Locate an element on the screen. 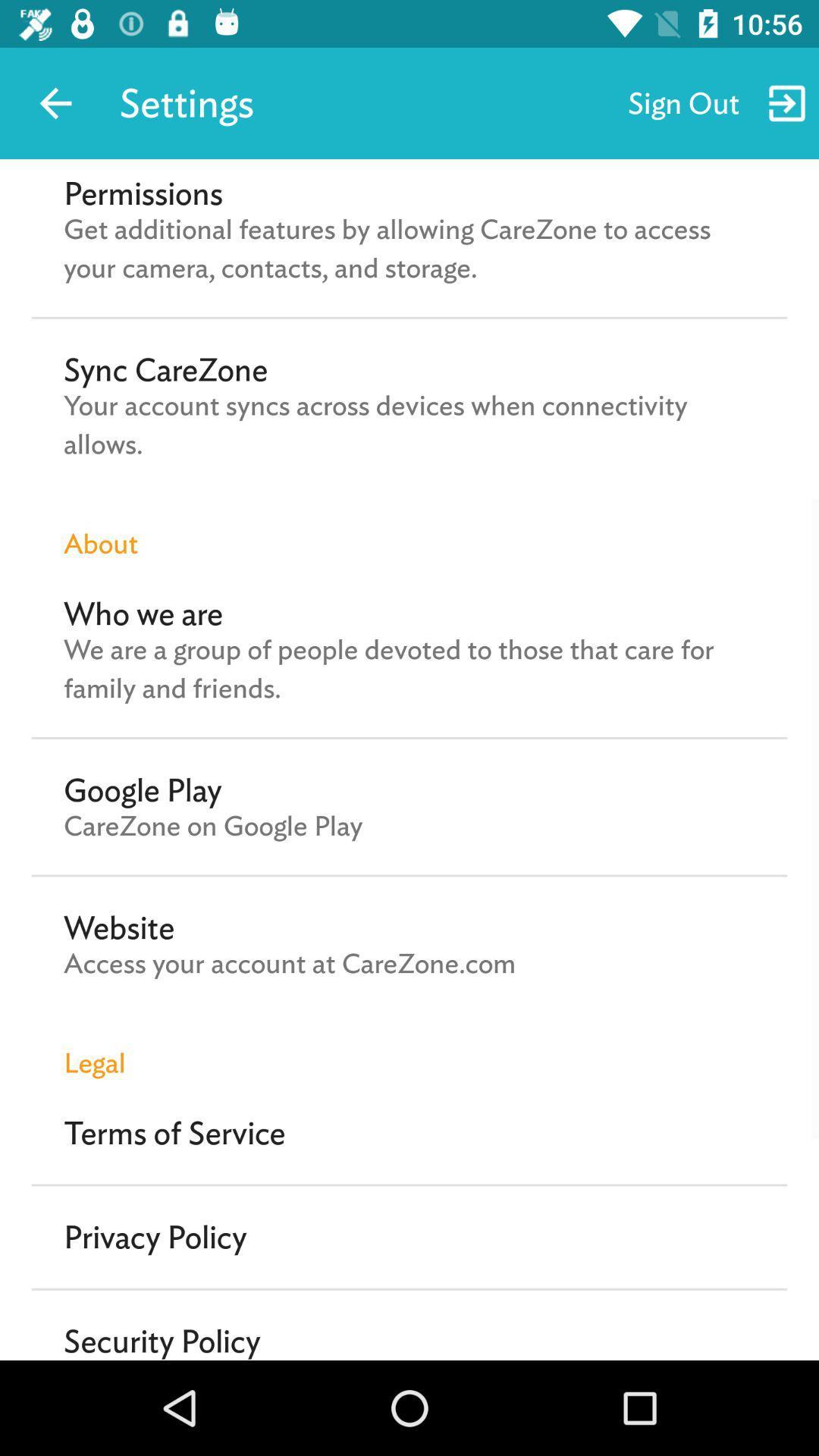 Image resolution: width=819 pixels, height=1456 pixels. about is located at coordinates (409, 528).